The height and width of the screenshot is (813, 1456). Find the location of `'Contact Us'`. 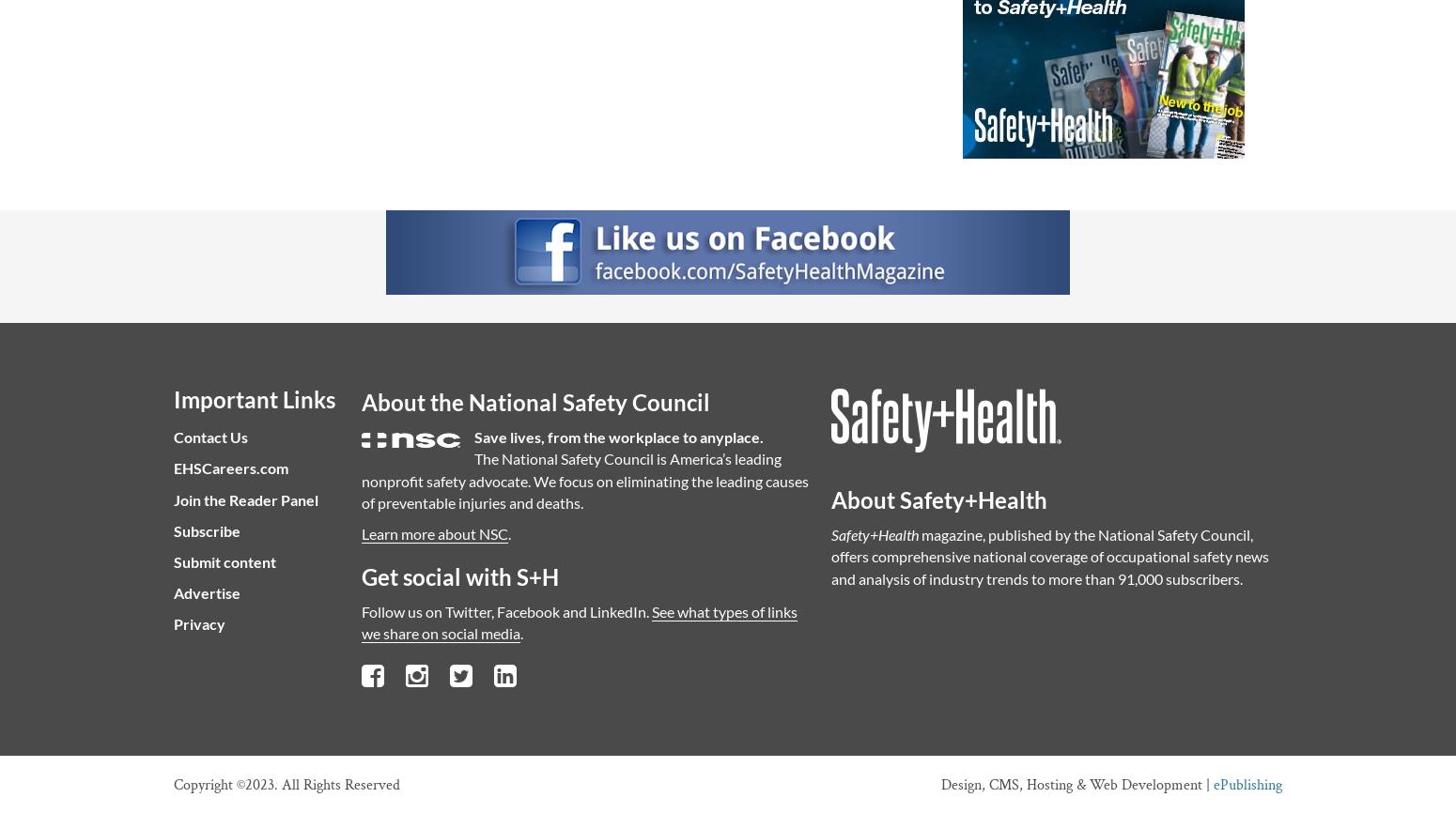

'Contact Us' is located at coordinates (209, 437).